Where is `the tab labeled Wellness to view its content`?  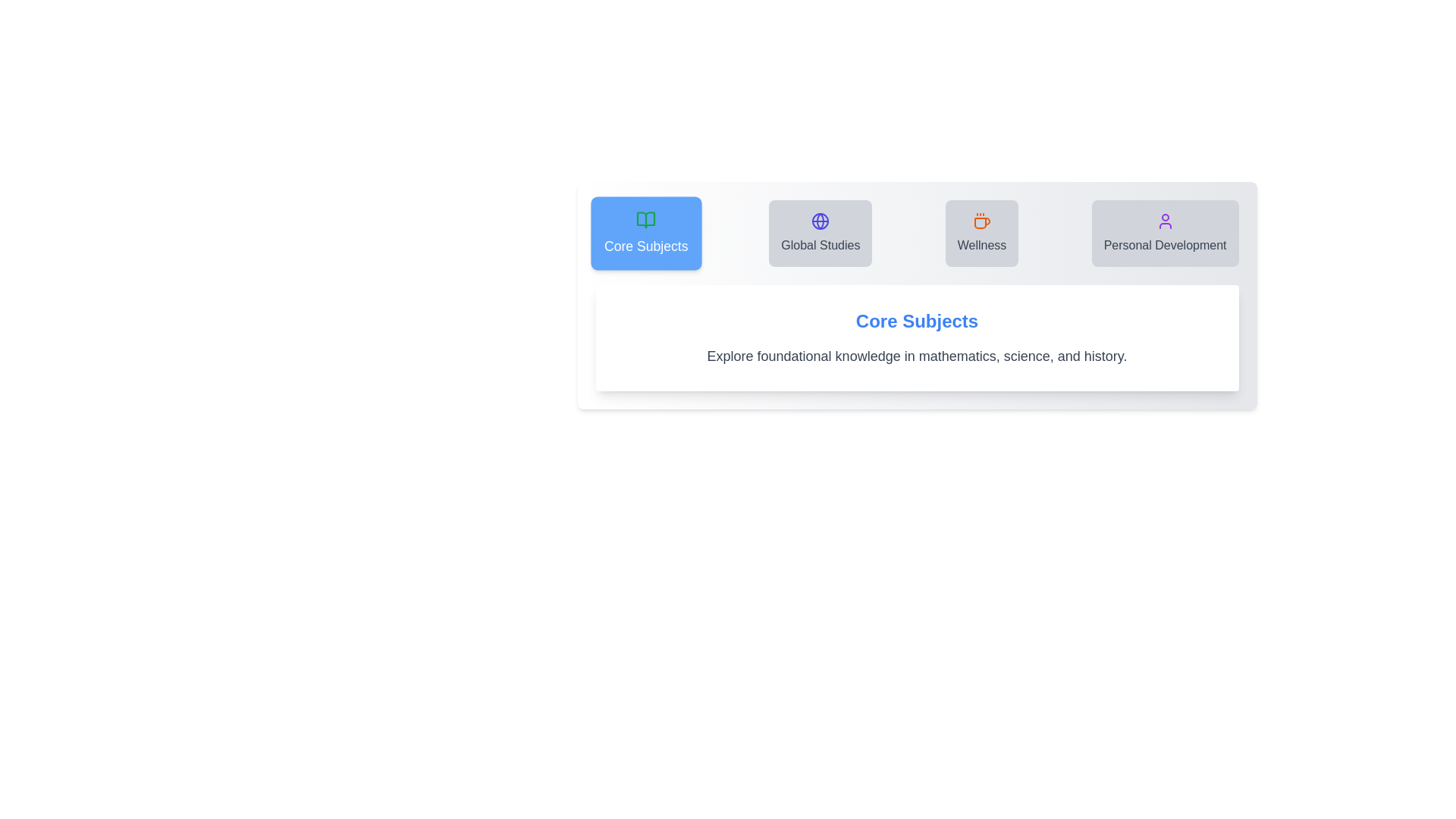
the tab labeled Wellness to view its content is located at coordinates (982, 234).